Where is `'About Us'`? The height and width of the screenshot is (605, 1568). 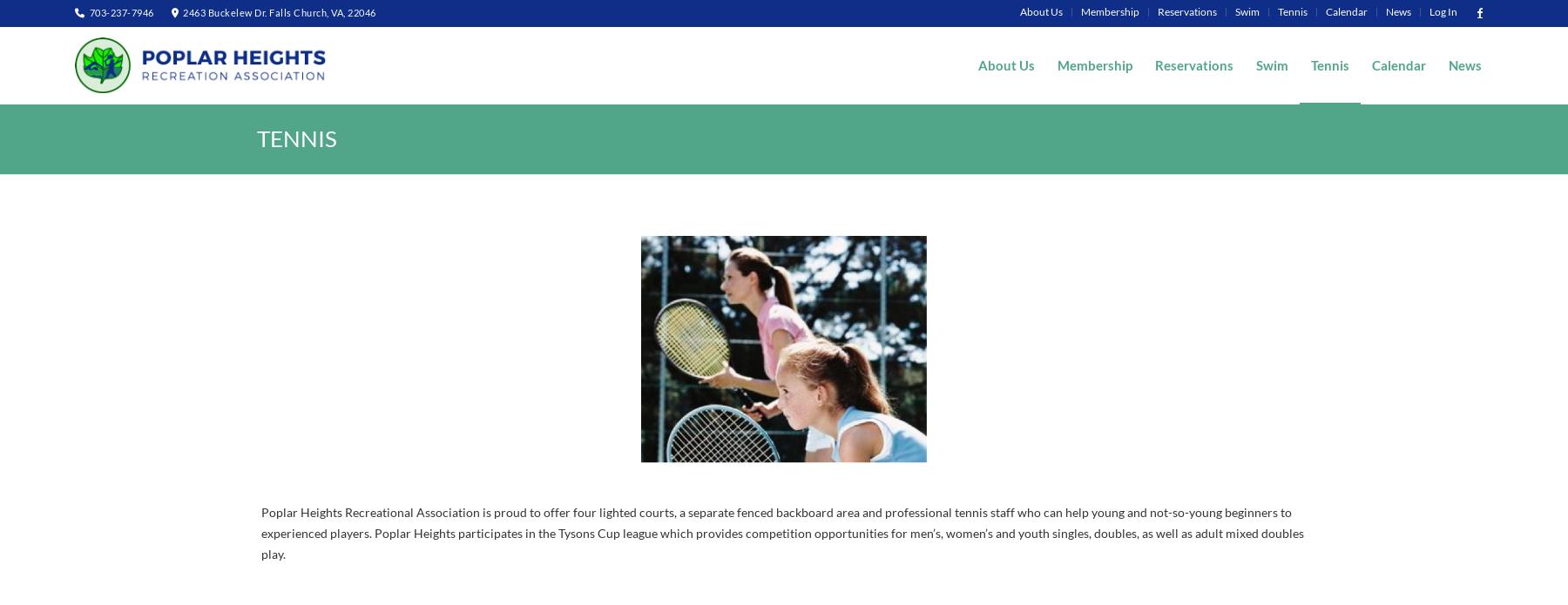
'About Us' is located at coordinates (1040, 11).